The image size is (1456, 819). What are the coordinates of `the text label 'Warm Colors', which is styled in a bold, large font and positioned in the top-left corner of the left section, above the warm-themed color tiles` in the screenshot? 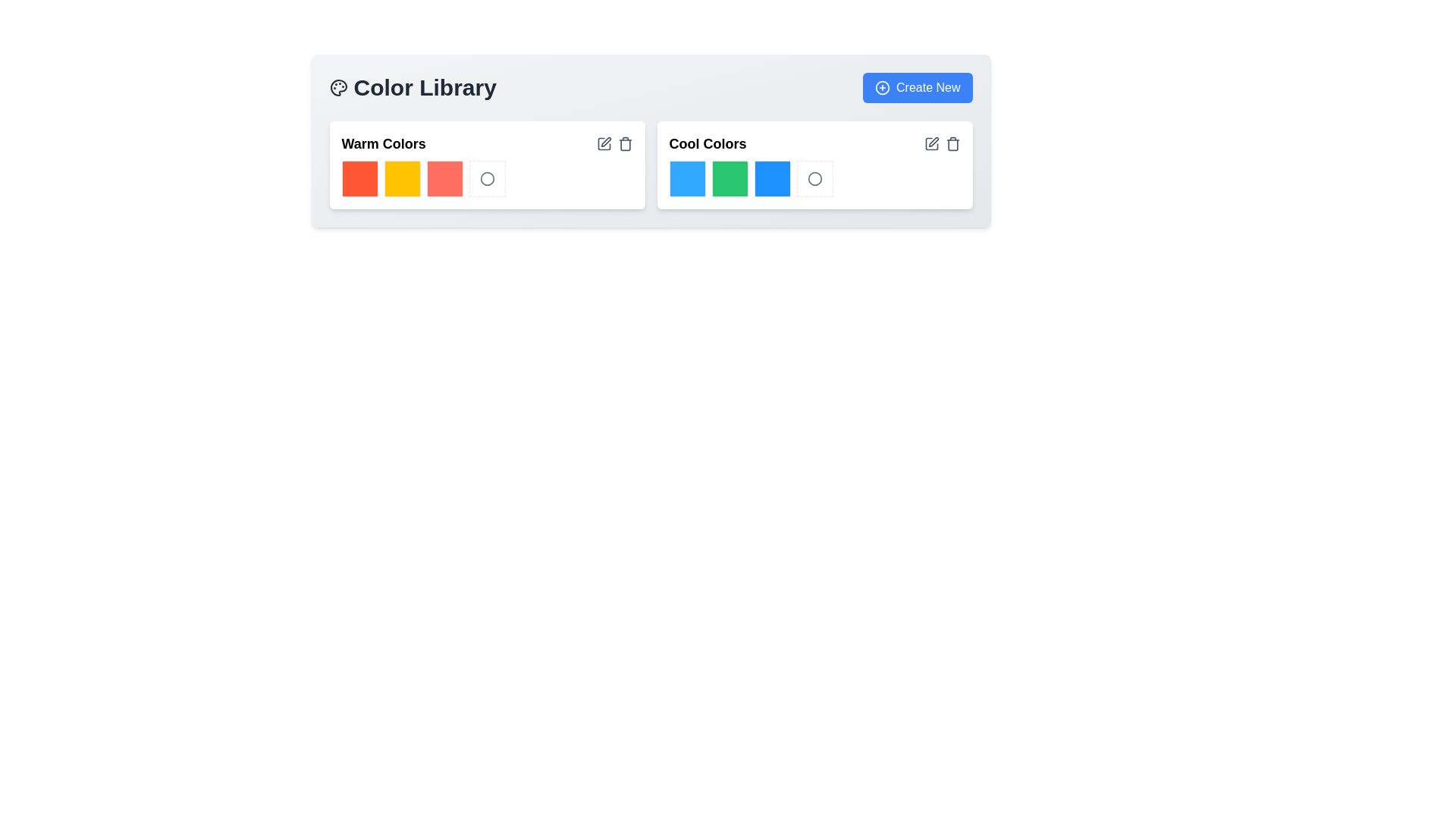 It's located at (384, 143).